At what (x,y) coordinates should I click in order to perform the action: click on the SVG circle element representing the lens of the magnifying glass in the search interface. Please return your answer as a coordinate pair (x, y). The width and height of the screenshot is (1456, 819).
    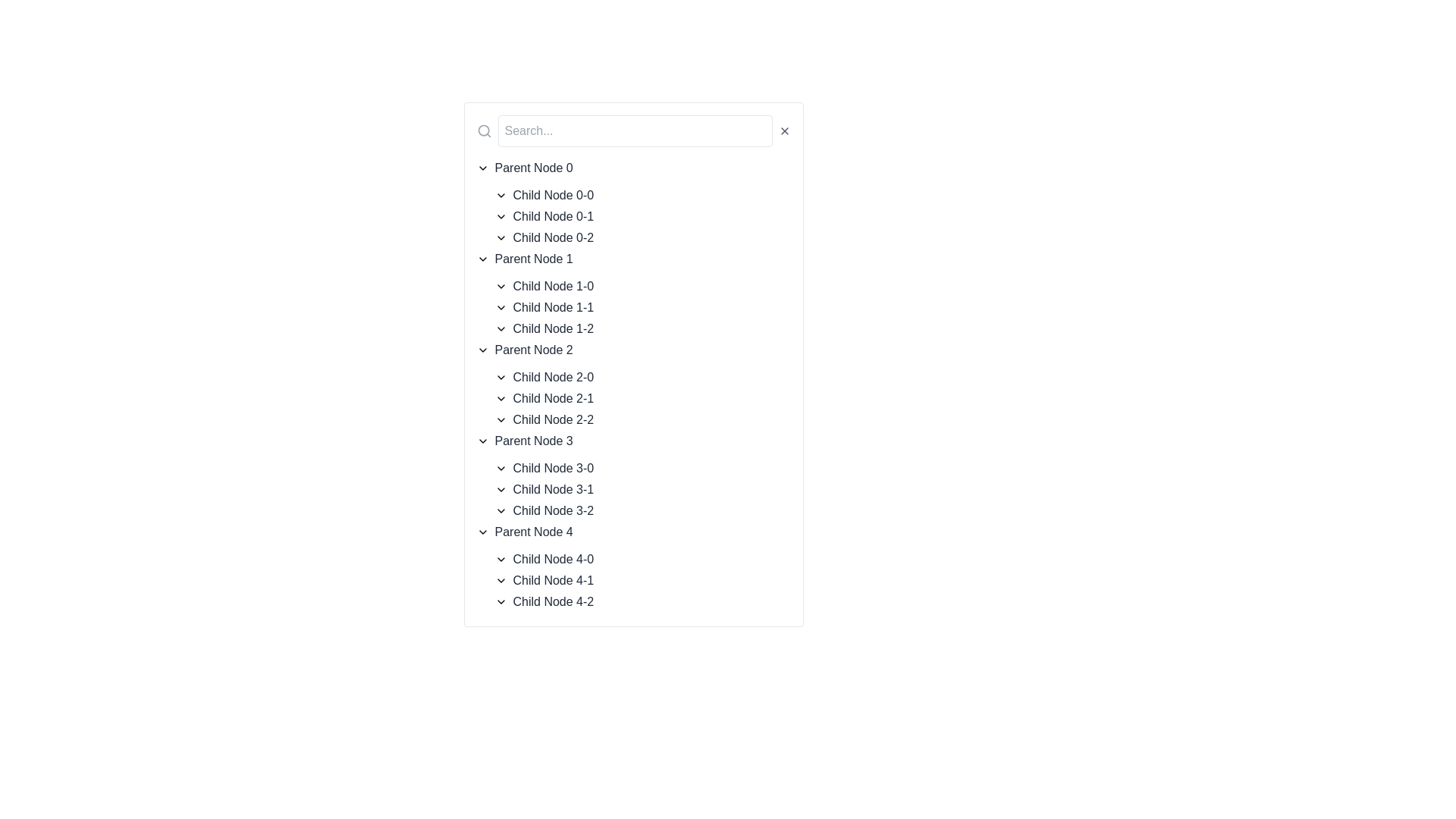
    Looking at the image, I should click on (482, 130).